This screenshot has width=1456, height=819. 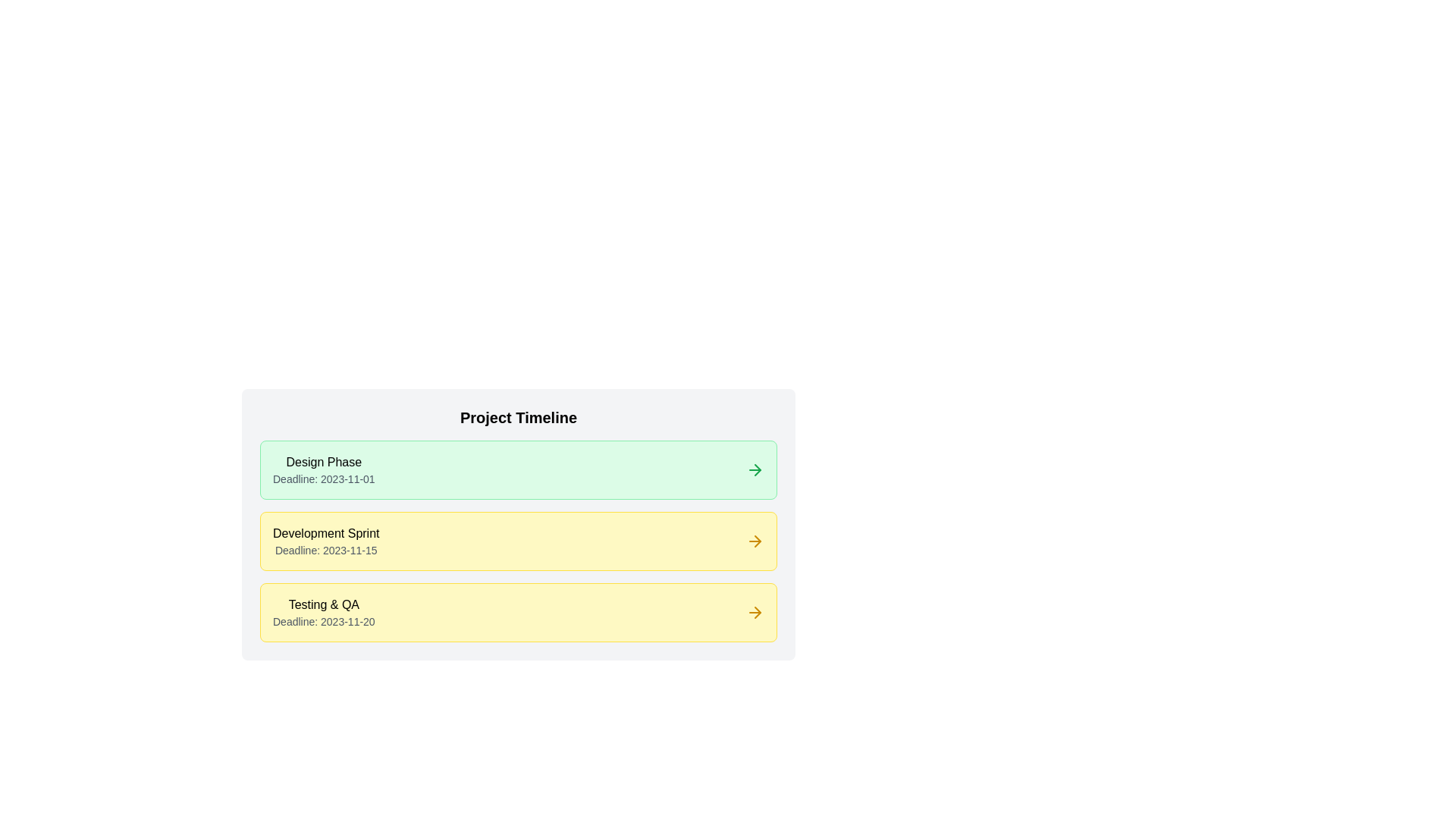 What do you see at coordinates (323, 622) in the screenshot?
I see `the static text displaying the deadline date for the 'Testing & QA' task, located below the task title within the yellow task block` at bounding box center [323, 622].